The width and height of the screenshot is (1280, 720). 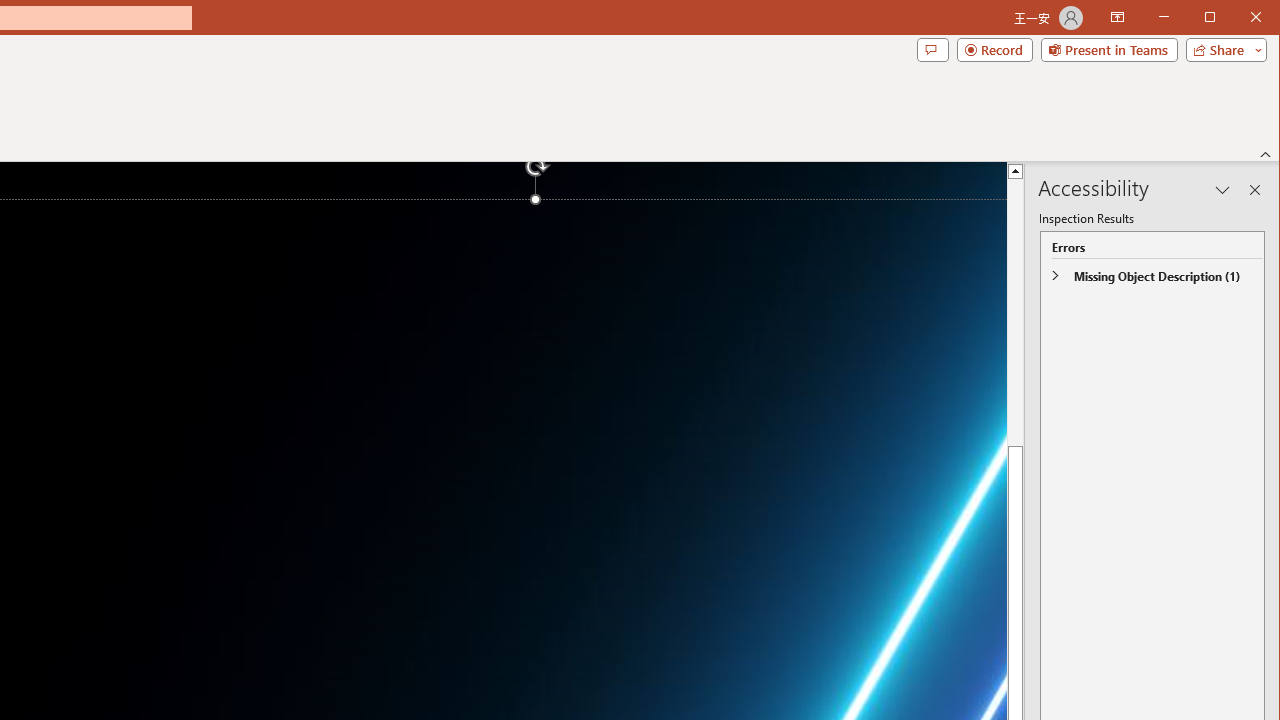 What do you see at coordinates (1108, 49) in the screenshot?
I see `'Present in Teams'` at bounding box center [1108, 49].